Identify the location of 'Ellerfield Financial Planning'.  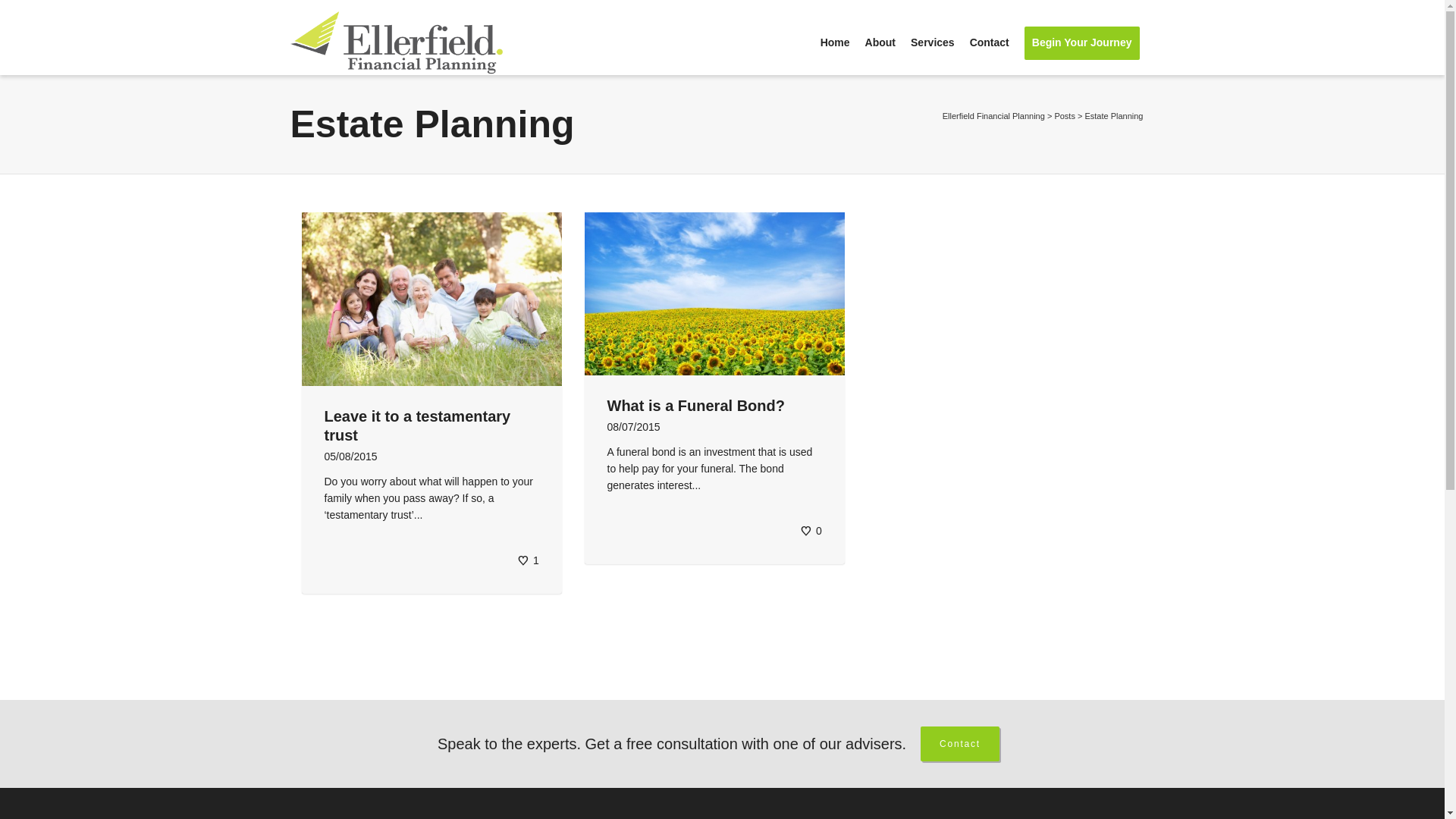
(993, 115).